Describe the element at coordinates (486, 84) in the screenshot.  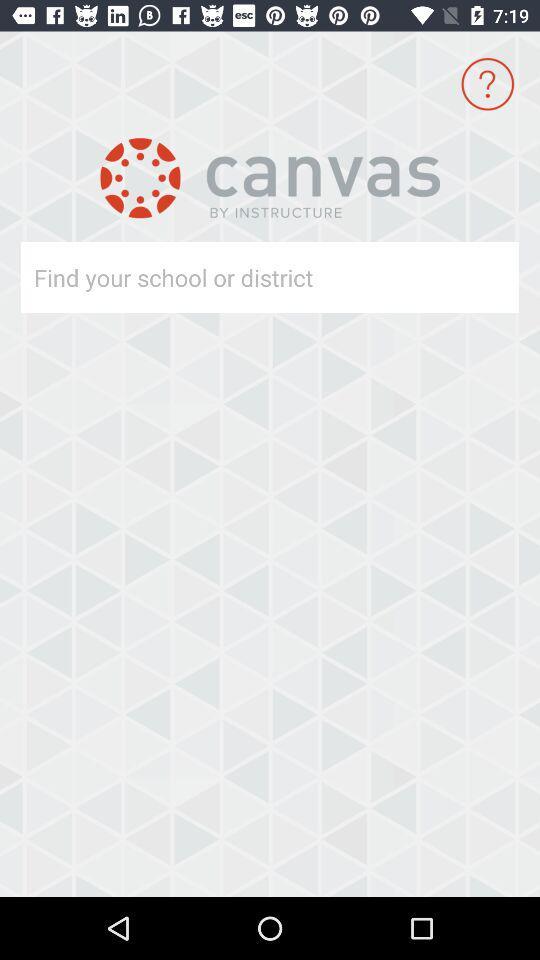
I see `the icon at the top right corner` at that location.